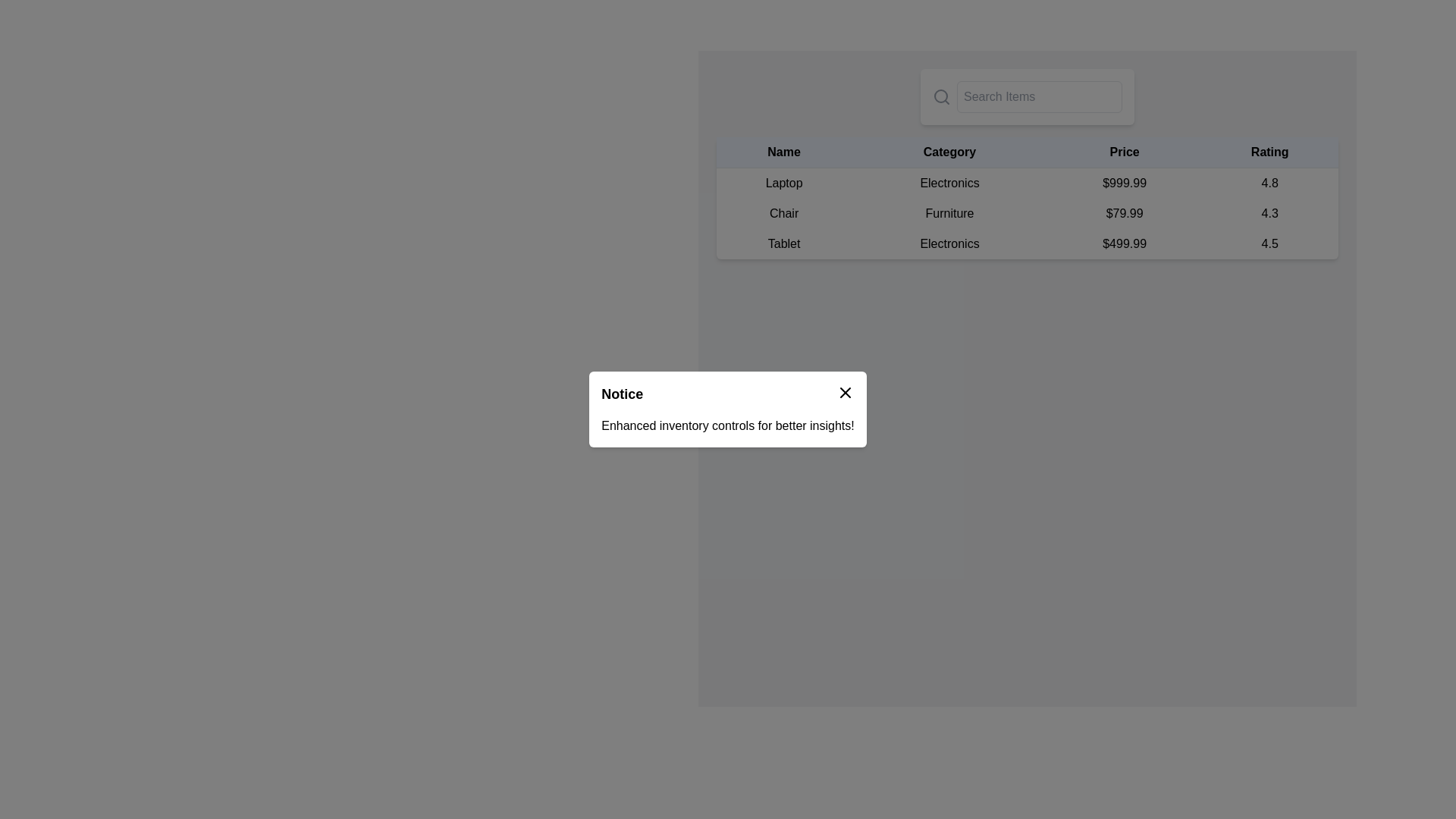 This screenshot has width=1456, height=819. I want to click on the 'Category' text label, which is the second heading in a table, styled in bold black on a light gray background, so click(949, 152).